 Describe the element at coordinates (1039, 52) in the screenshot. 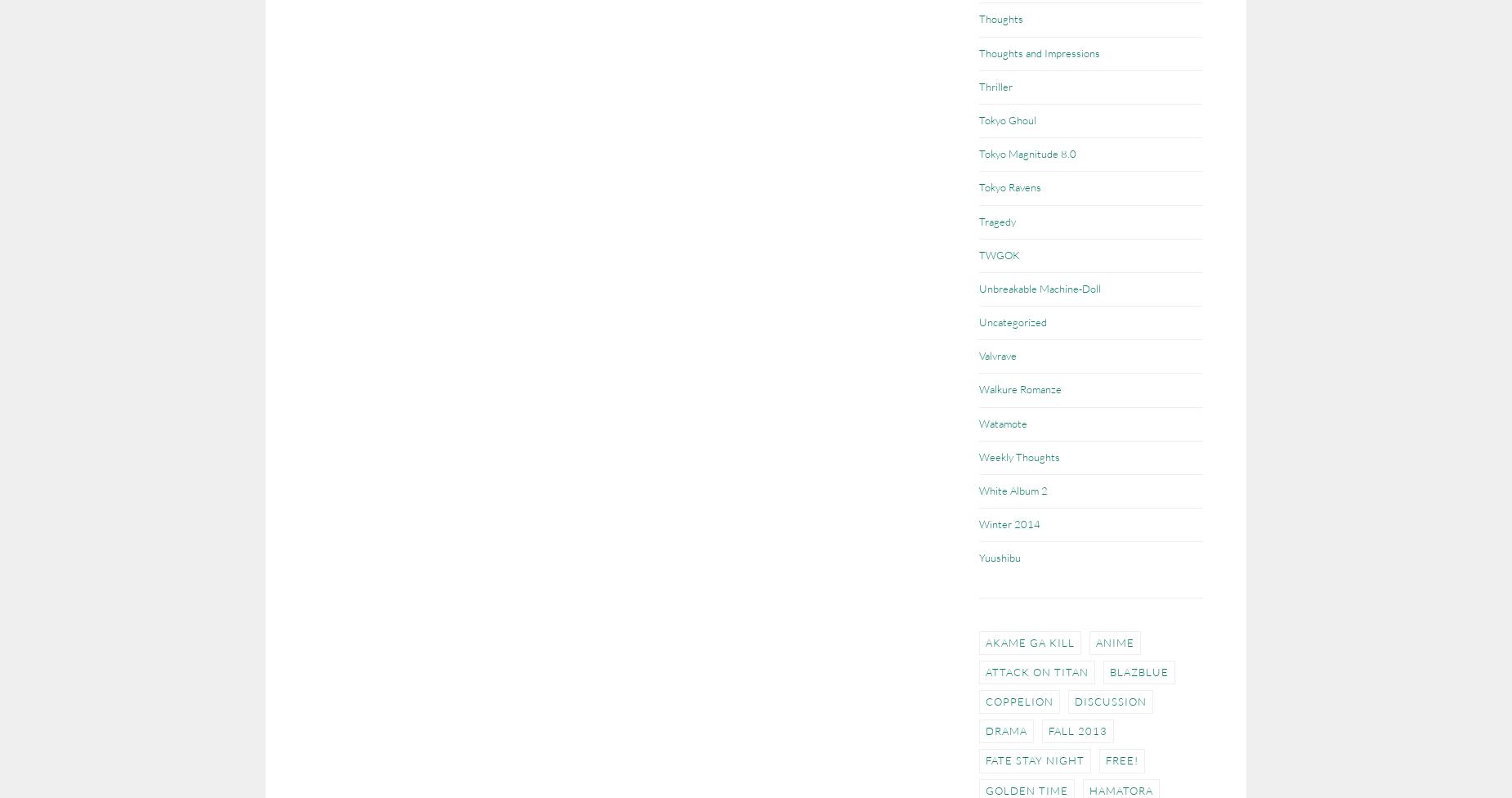

I see `'Thoughts and Impressions'` at that location.